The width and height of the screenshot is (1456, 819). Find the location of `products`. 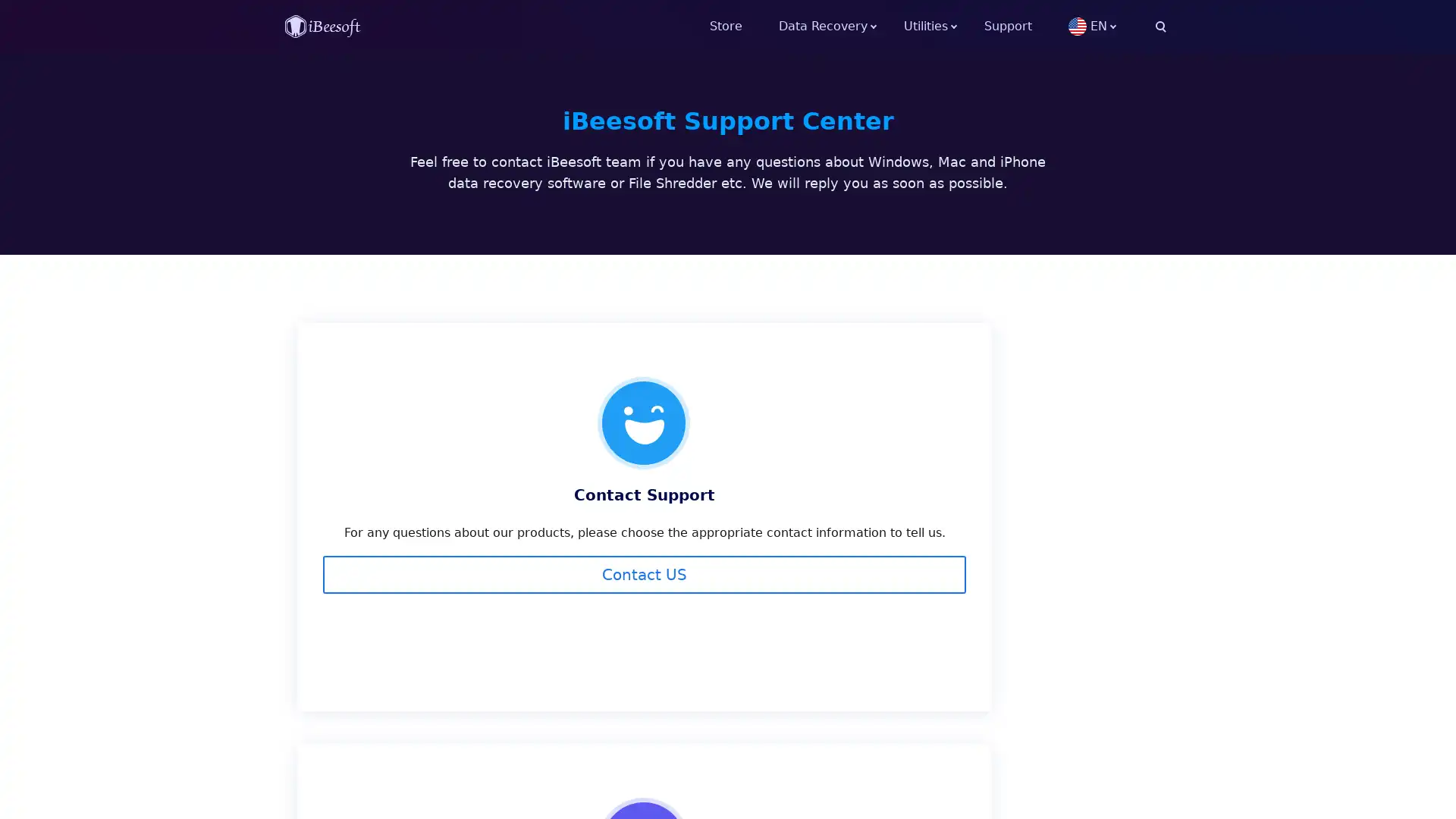

products is located at coordinates (943, 26).